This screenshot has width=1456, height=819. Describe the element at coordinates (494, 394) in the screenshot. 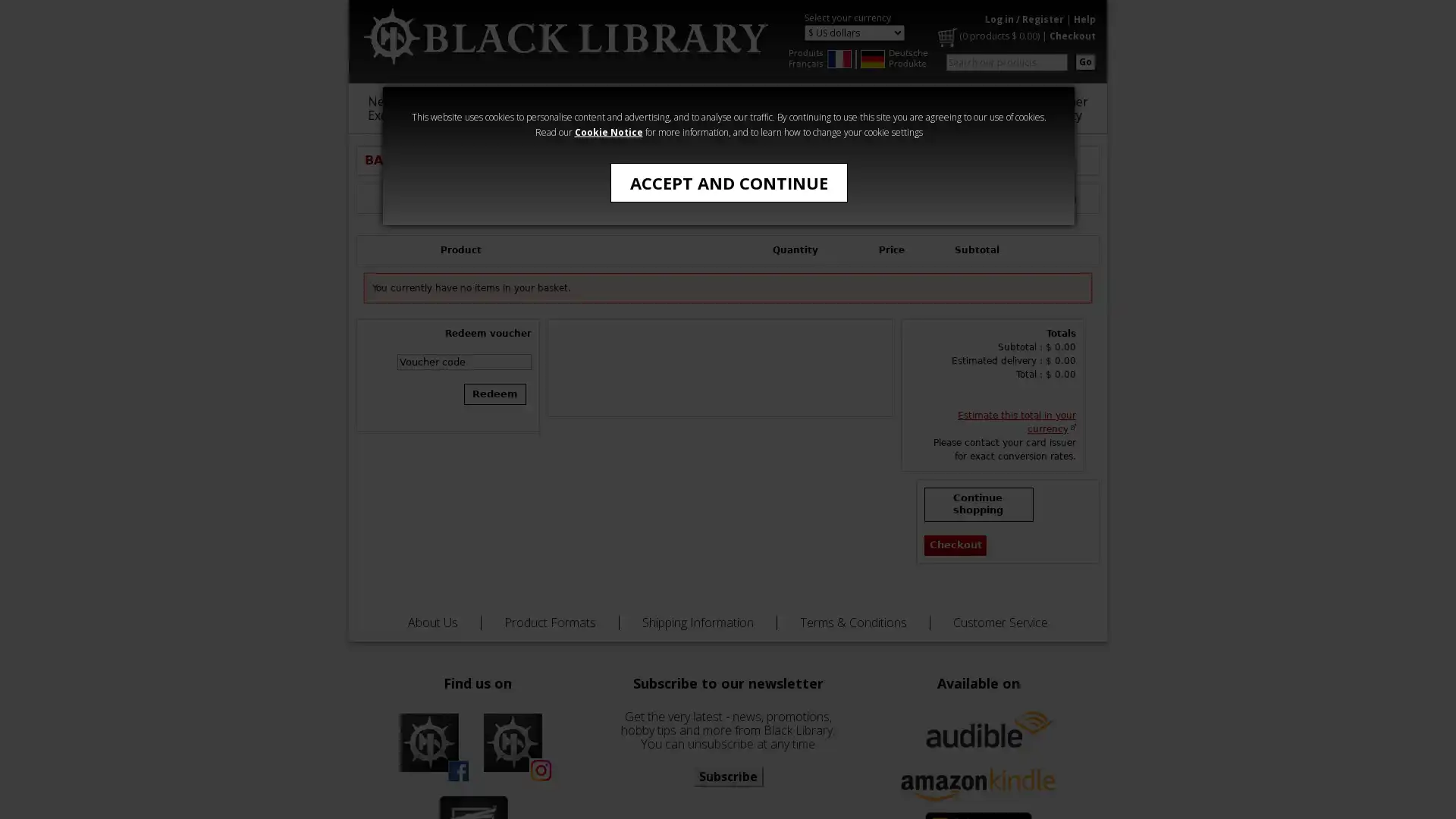

I see `Redeem` at that location.